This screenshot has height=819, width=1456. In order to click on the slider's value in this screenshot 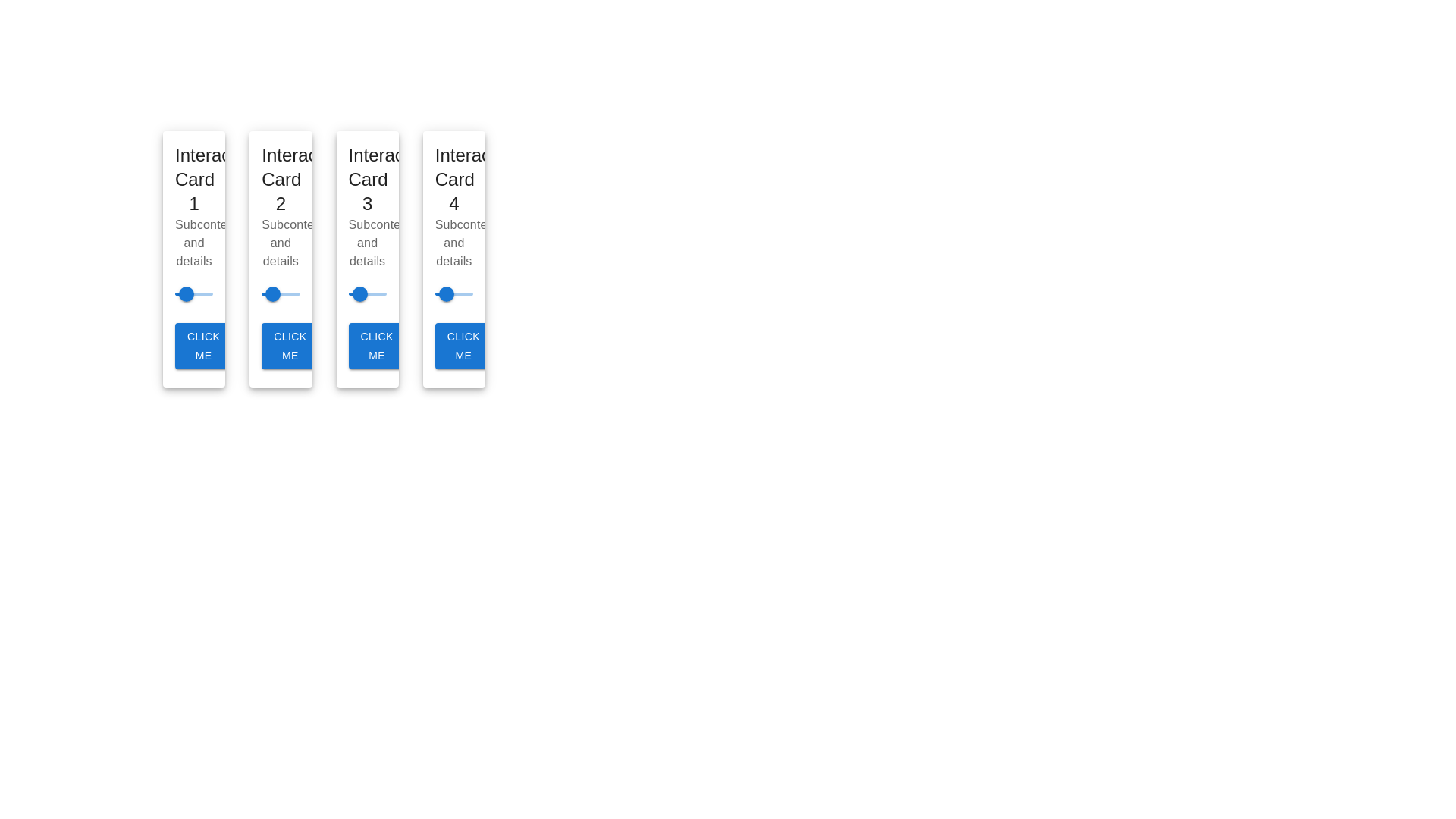, I will do `click(361, 294)`.